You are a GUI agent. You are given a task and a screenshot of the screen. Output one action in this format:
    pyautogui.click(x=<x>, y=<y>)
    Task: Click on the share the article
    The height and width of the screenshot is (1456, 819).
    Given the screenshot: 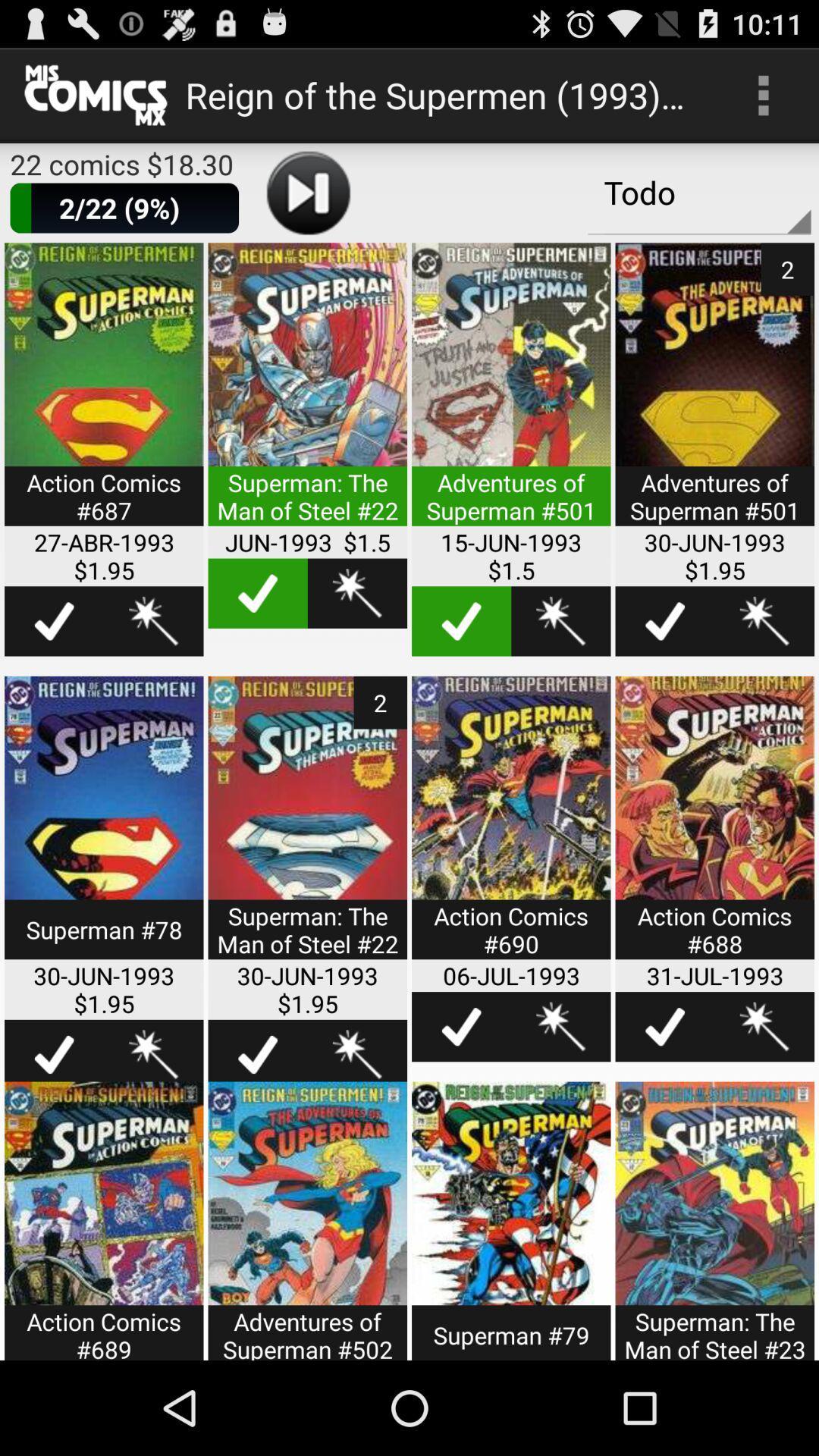 What is the action you would take?
    pyautogui.click(x=714, y=827)
    